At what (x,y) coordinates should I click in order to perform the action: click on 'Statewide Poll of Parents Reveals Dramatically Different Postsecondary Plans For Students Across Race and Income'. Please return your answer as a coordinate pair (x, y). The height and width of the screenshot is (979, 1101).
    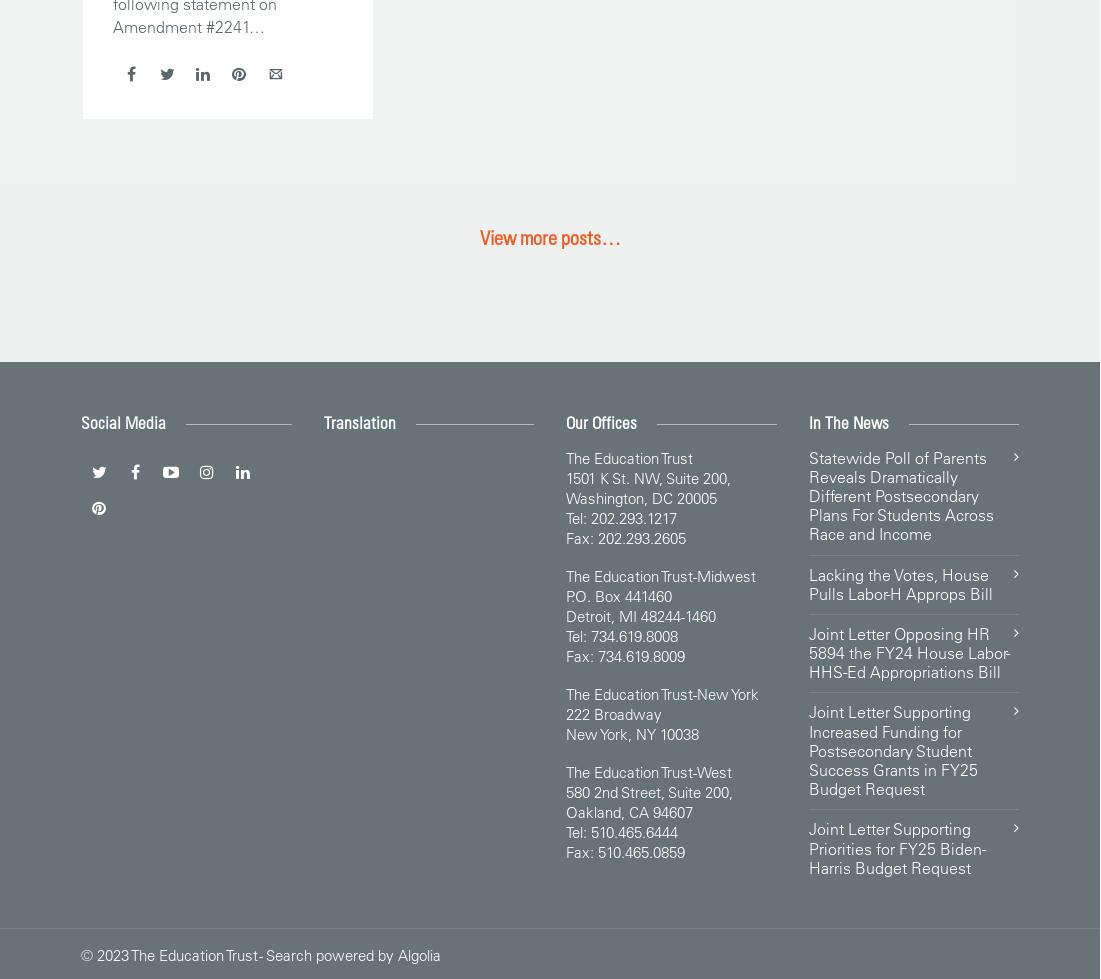
    Looking at the image, I should click on (899, 494).